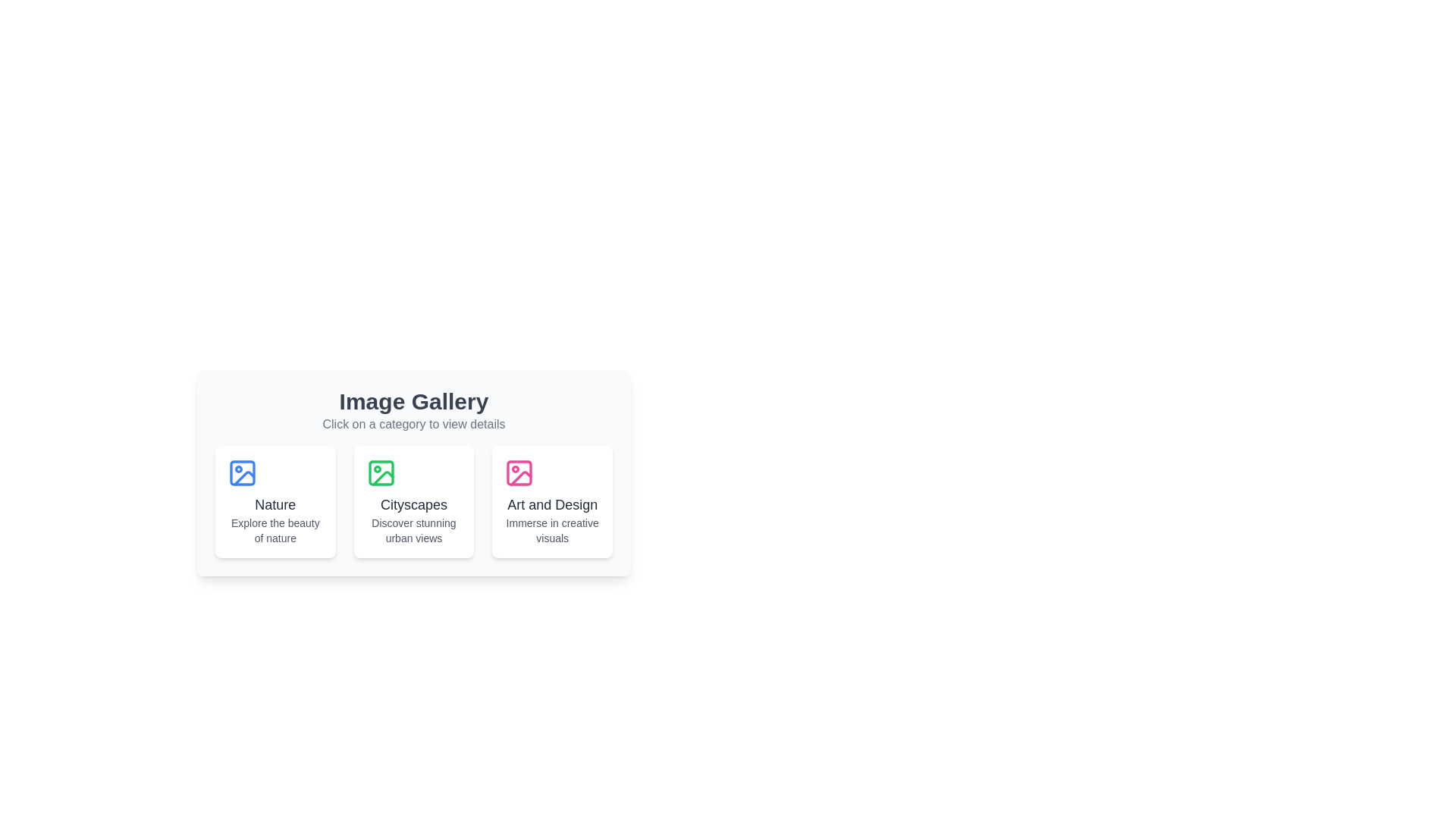 The width and height of the screenshot is (1456, 819). Describe the element at coordinates (381, 472) in the screenshot. I see `the 'Cityscapes' category icon in the gallery interface, which provides a visual indication of urban content` at that location.